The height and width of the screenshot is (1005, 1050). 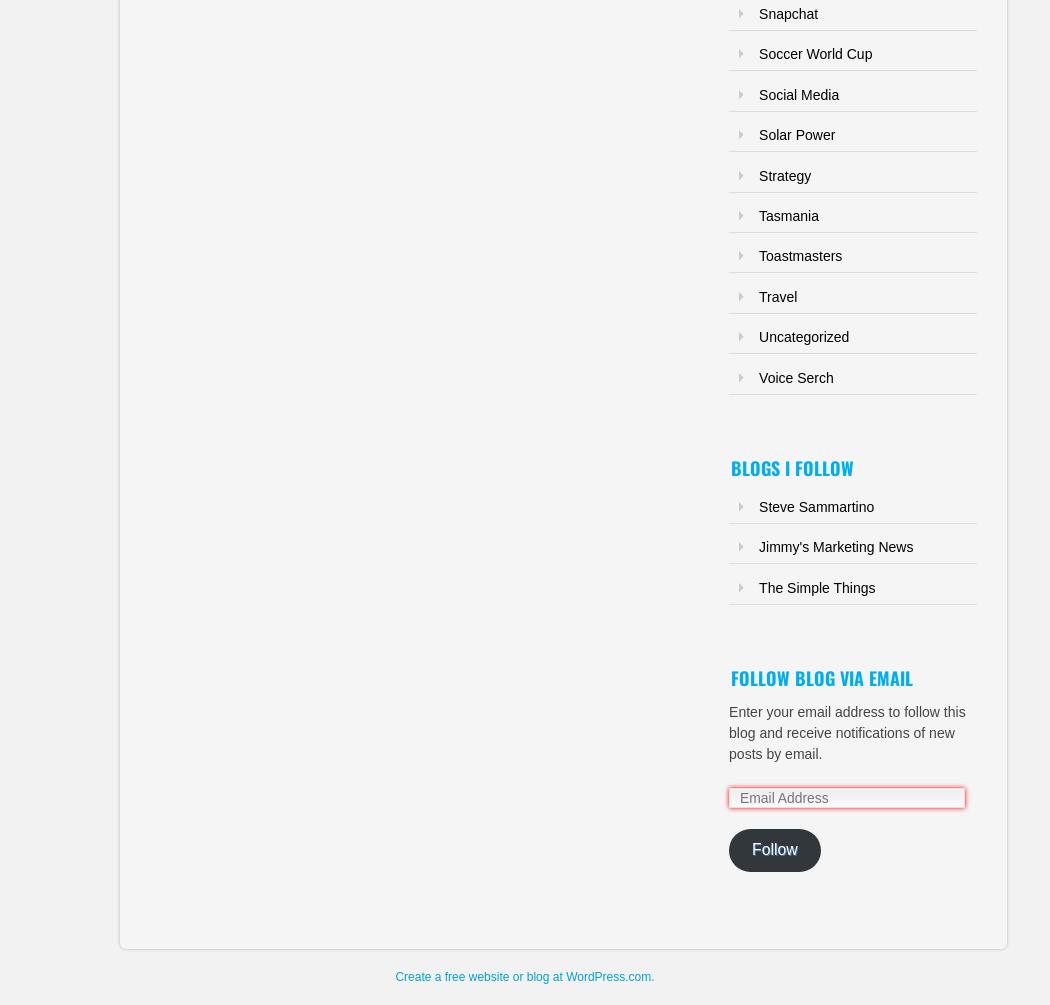 What do you see at coordinates (730, 677) in the screenshot?
I see `'Follow Blog via Email'` at bounding box center [730, 677].